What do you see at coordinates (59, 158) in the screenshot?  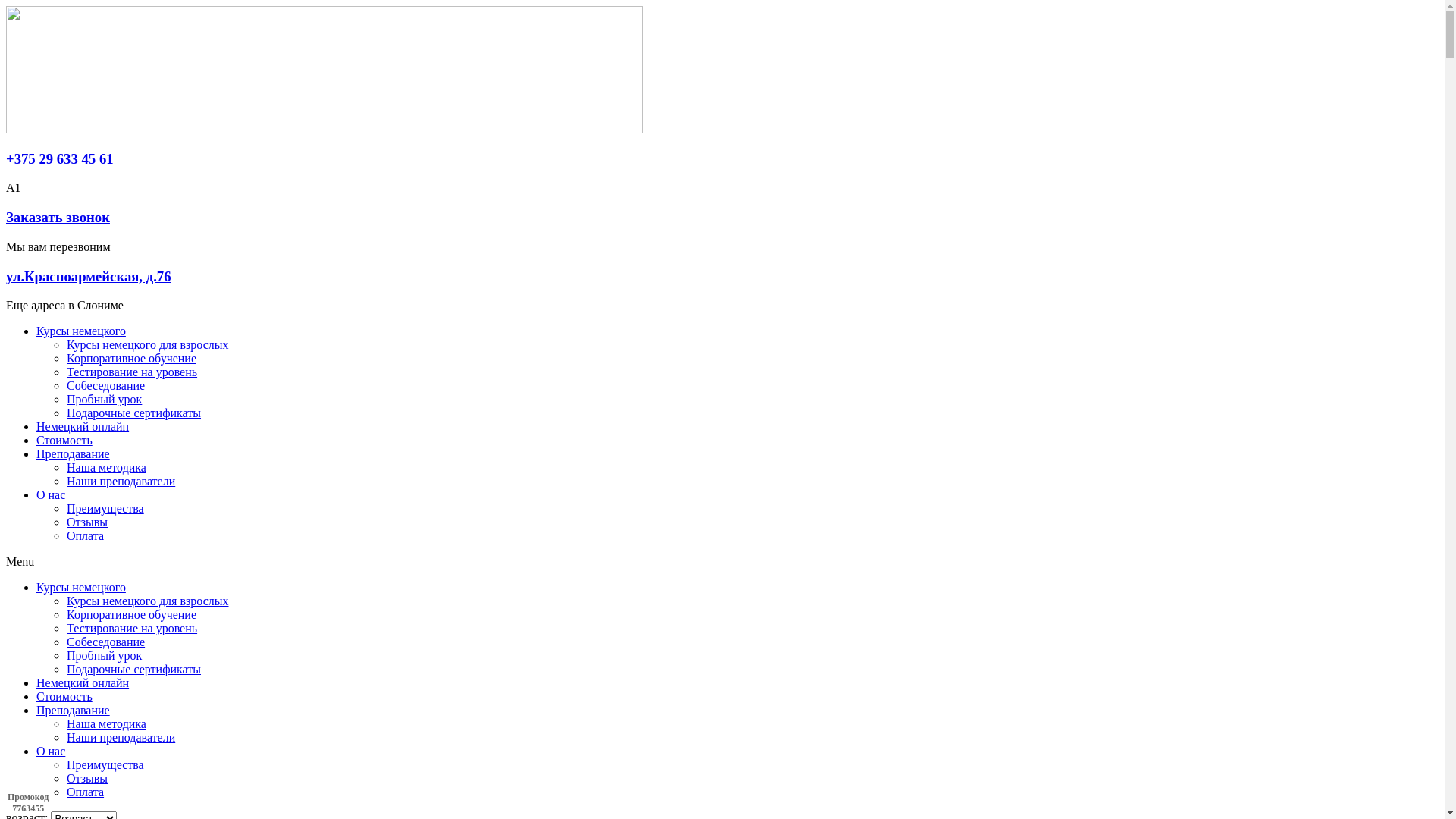 I see `'+375 29 633 45 61'` at bounding box center [59, 158].